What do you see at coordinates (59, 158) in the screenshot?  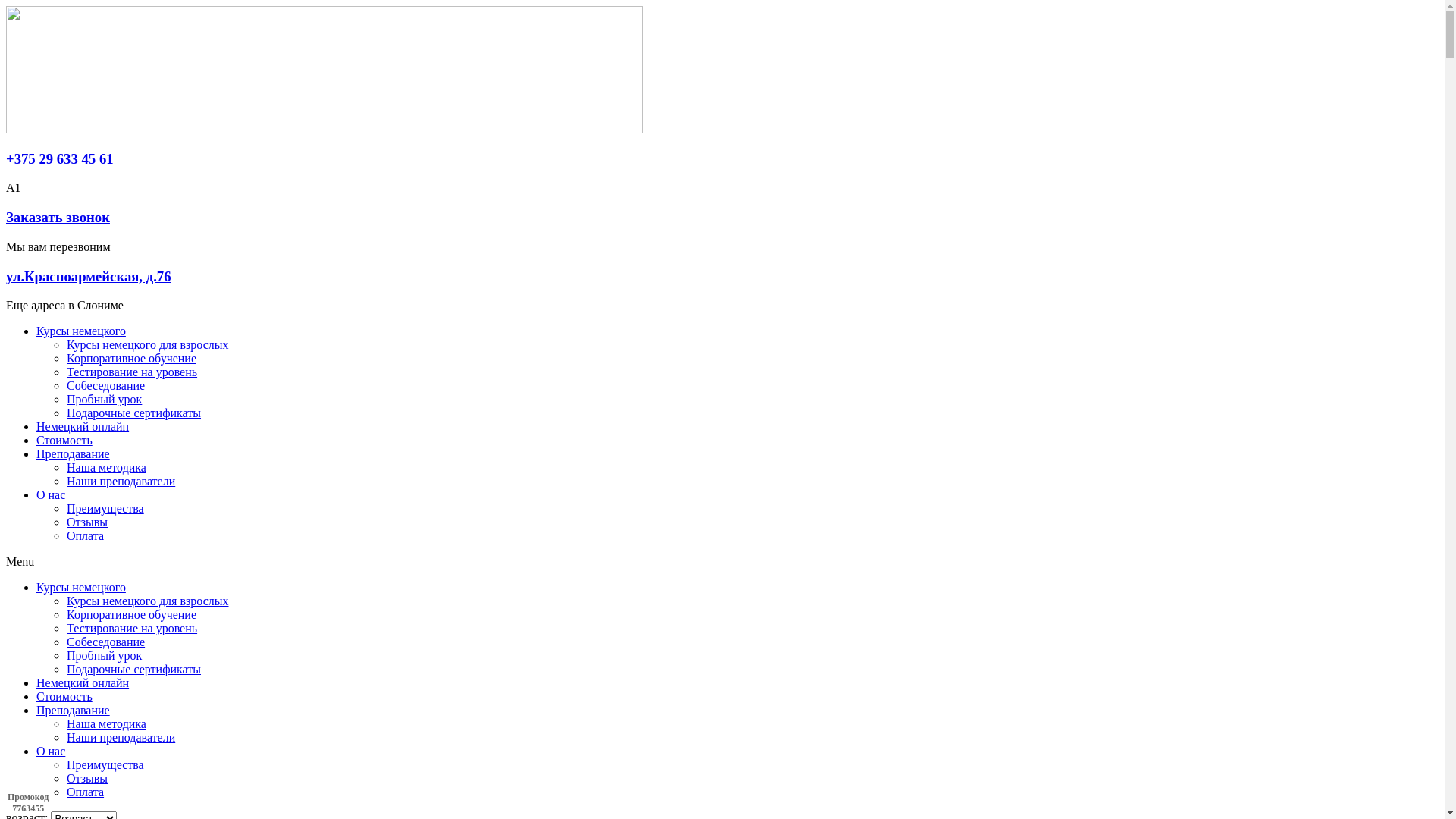 I see `'+375 29 633 45 61'` at bounding box center [59, 158].